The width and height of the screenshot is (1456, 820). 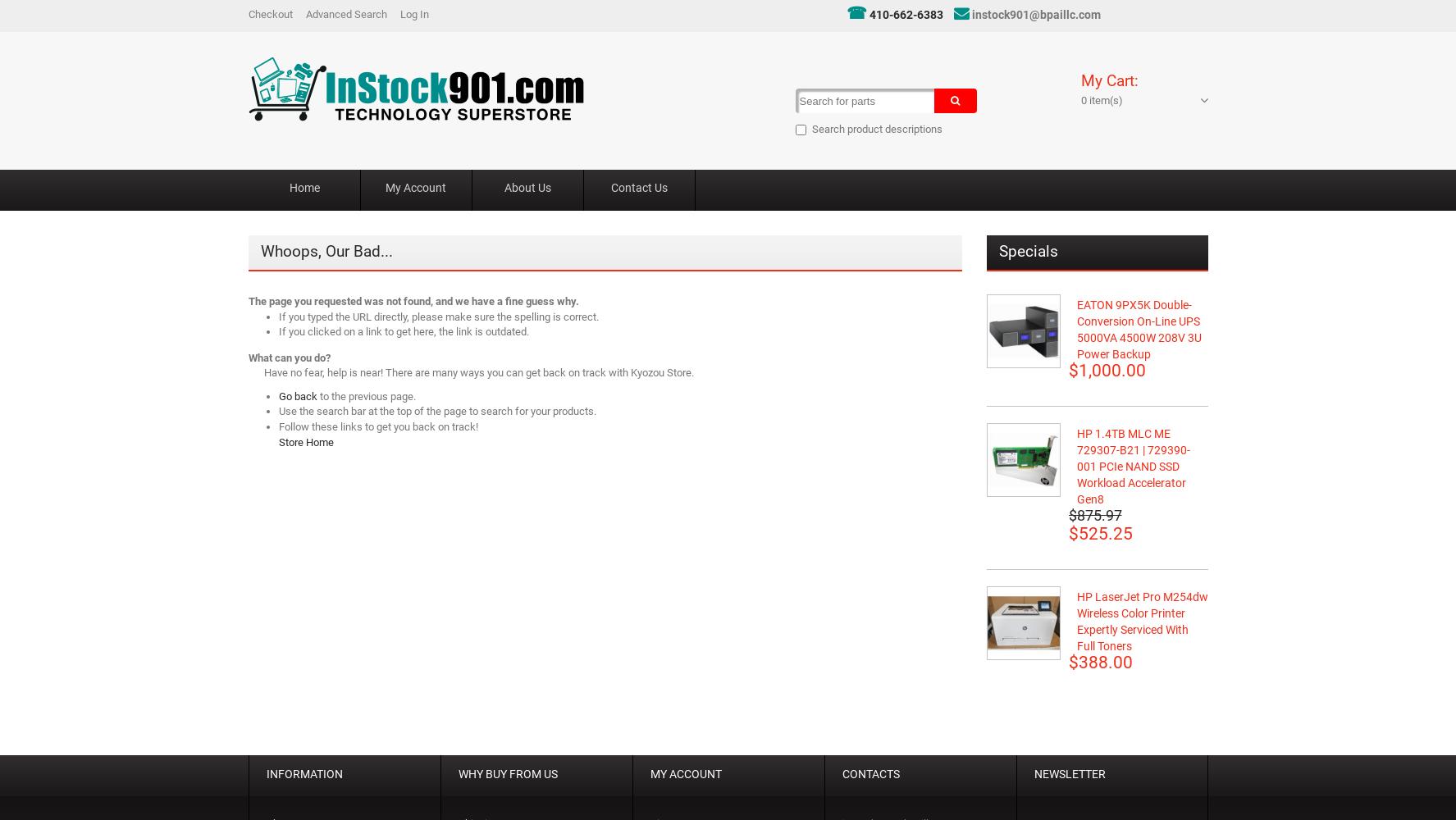 I want to click on 'CONTACTS', so click(x=869, y=773).